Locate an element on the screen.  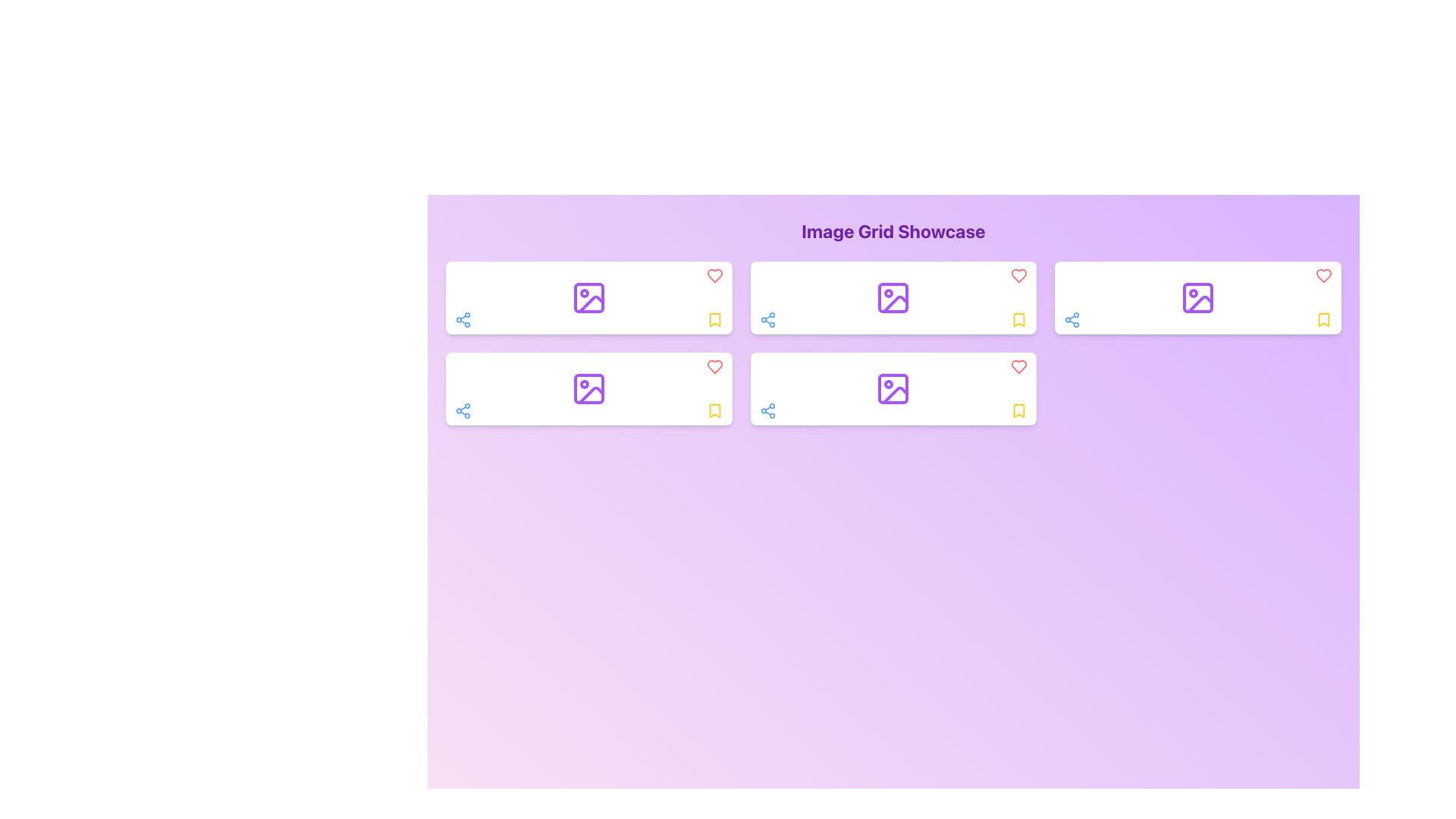
the heart icon button in the top-right corner of the second grid card in the second row is located at coordinates (714, 366).